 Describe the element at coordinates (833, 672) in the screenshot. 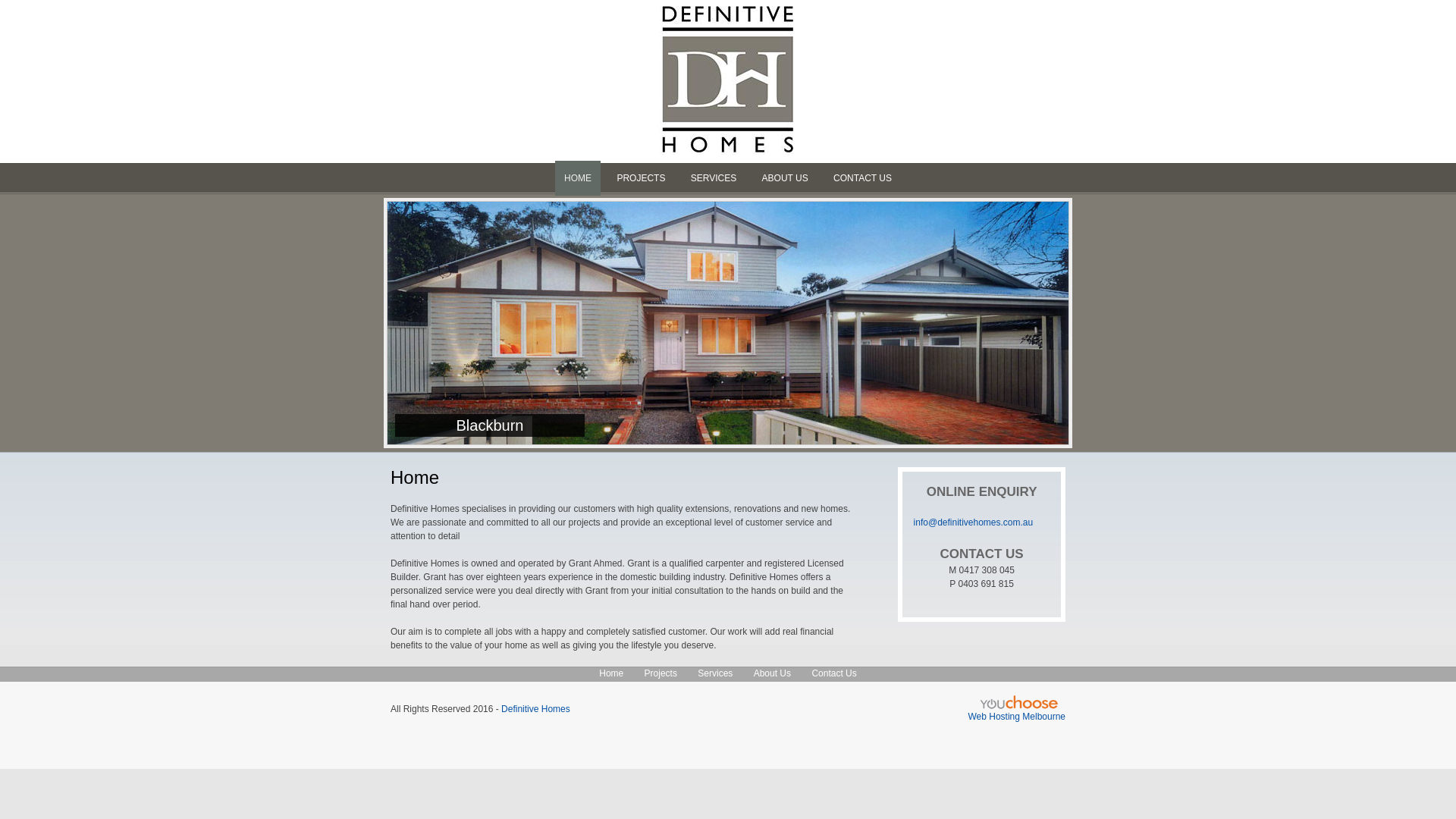

I see `'Contact Us'` at that location.